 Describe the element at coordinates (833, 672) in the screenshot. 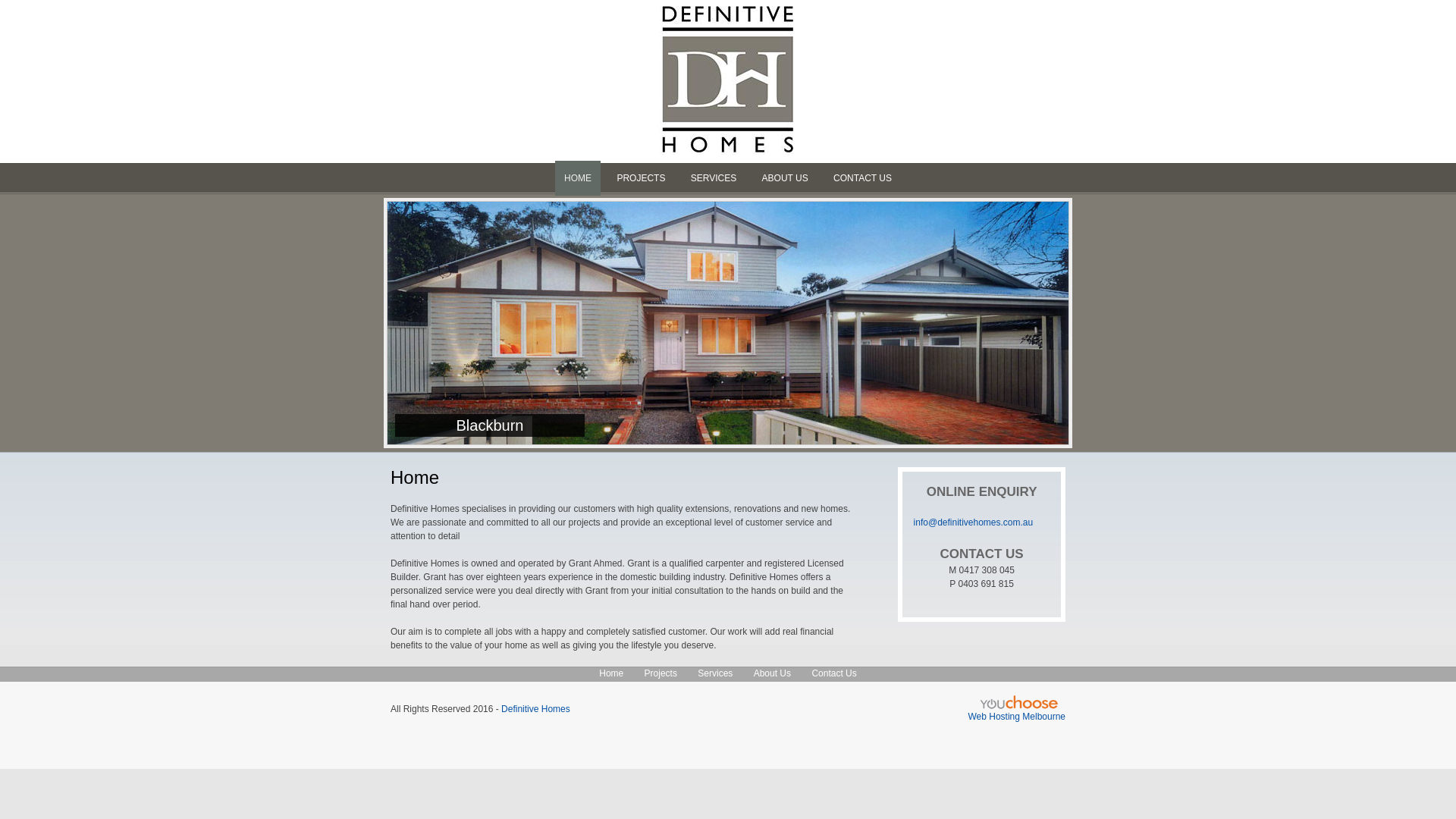

I see `'Contact Us'` at that location.